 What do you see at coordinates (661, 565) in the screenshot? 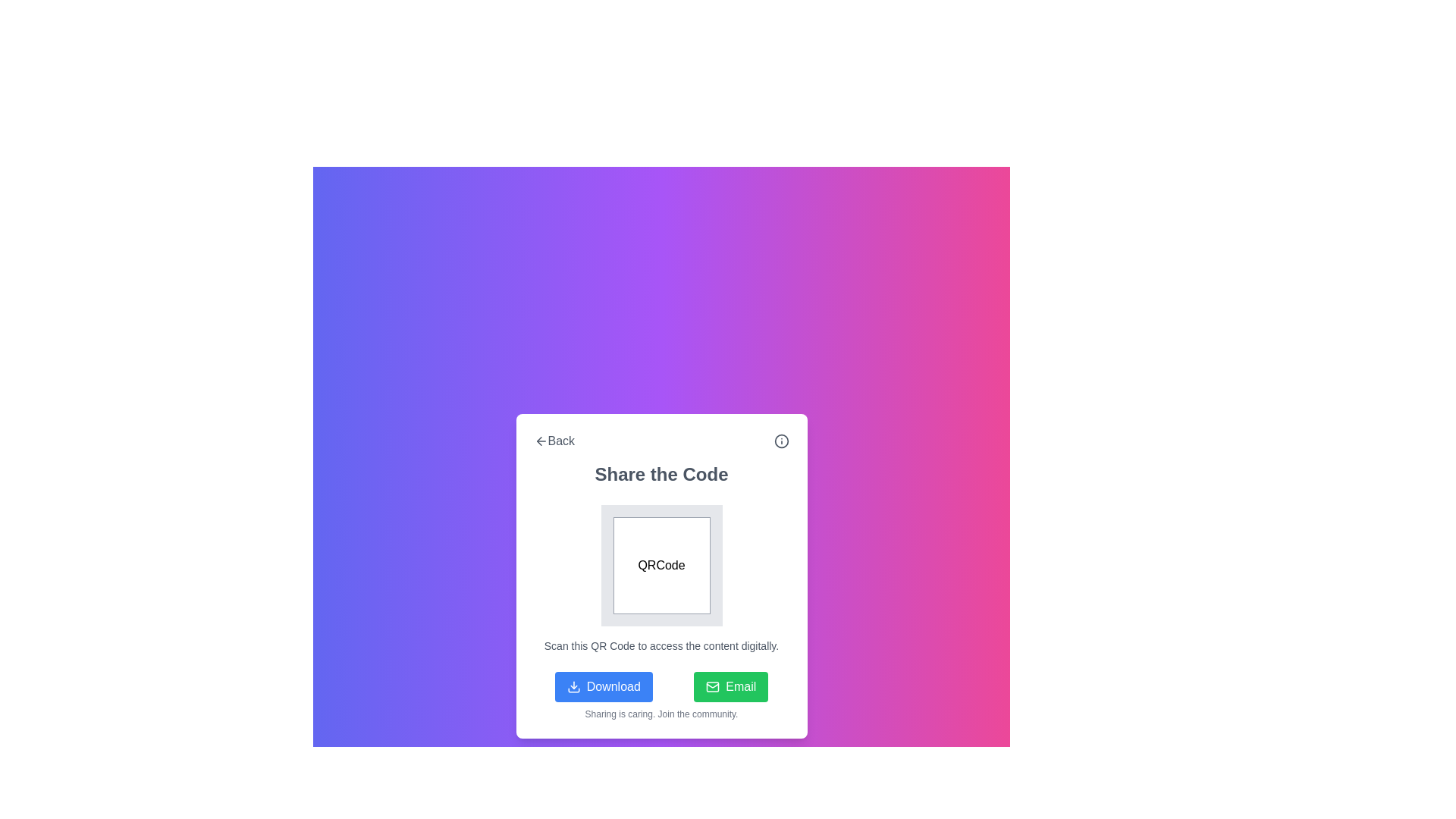
I see `the QR code element located in the middle of the card interface under the title 'Share the Code' and above the description text 'Scan this QR Code` at bounding box center [661, 565].